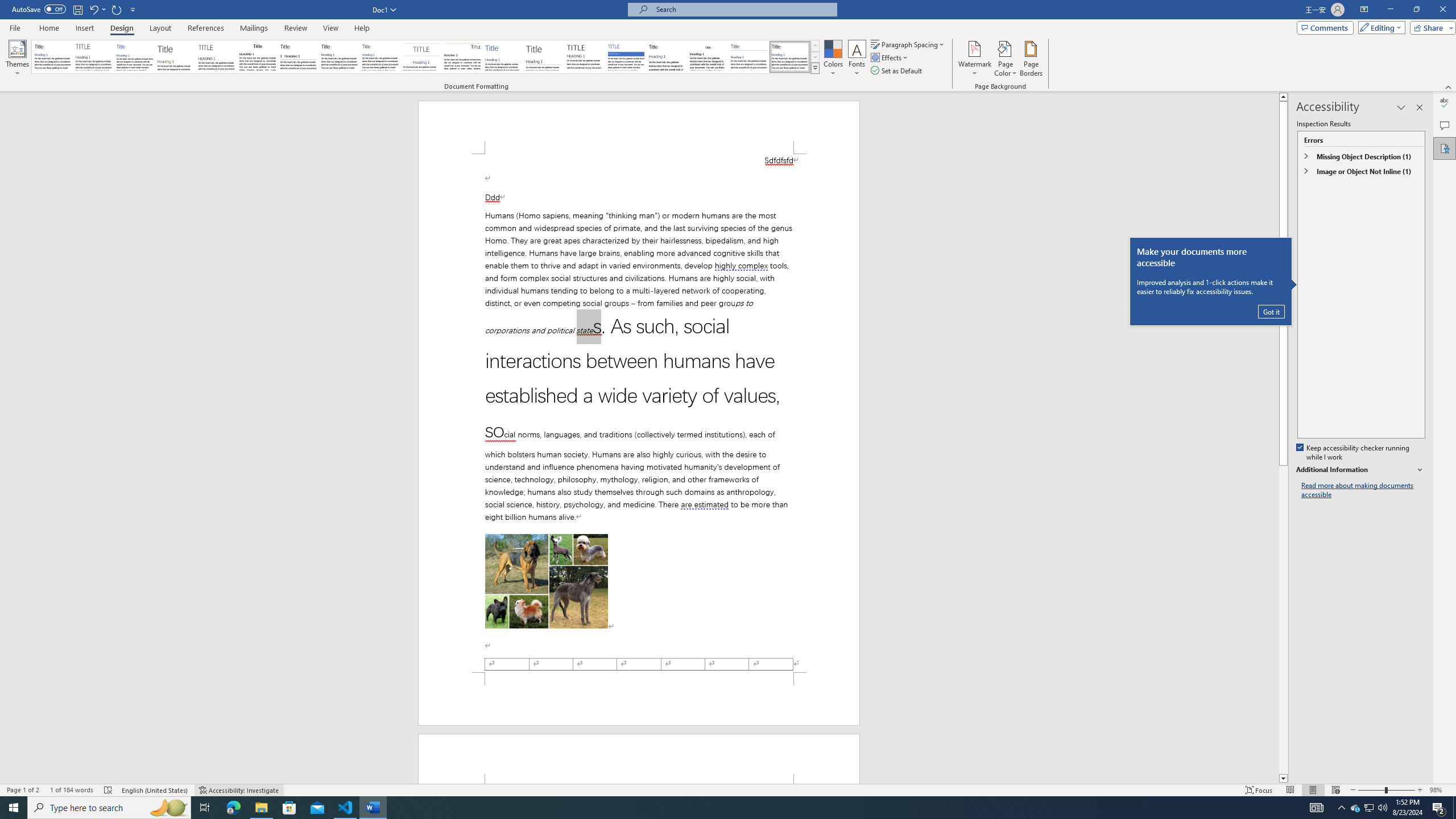  I want to click on 'Word 2013', so click(791, 56).